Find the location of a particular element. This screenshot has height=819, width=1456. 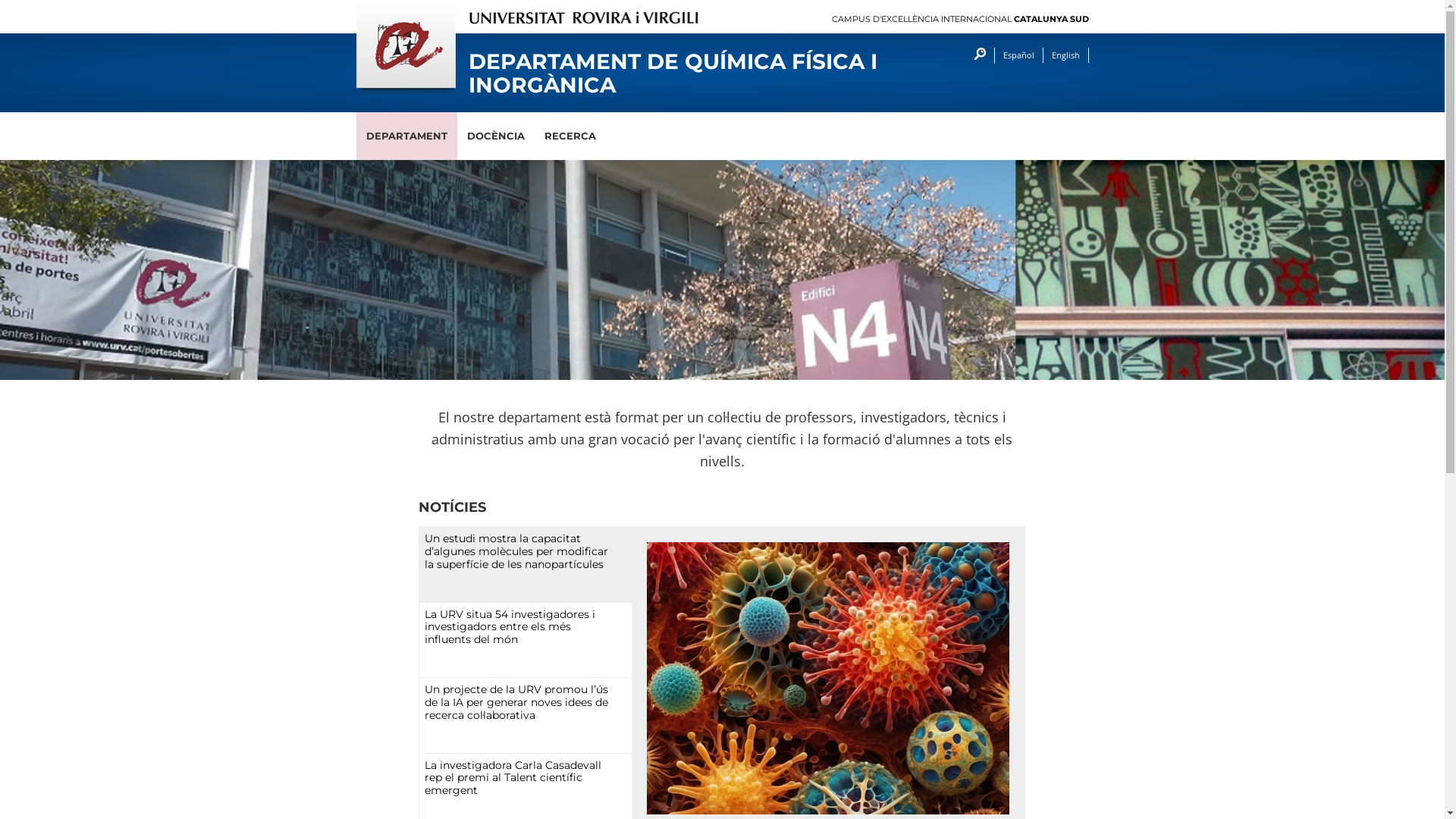

'RECERCA' is located at coordinates (568, 135).